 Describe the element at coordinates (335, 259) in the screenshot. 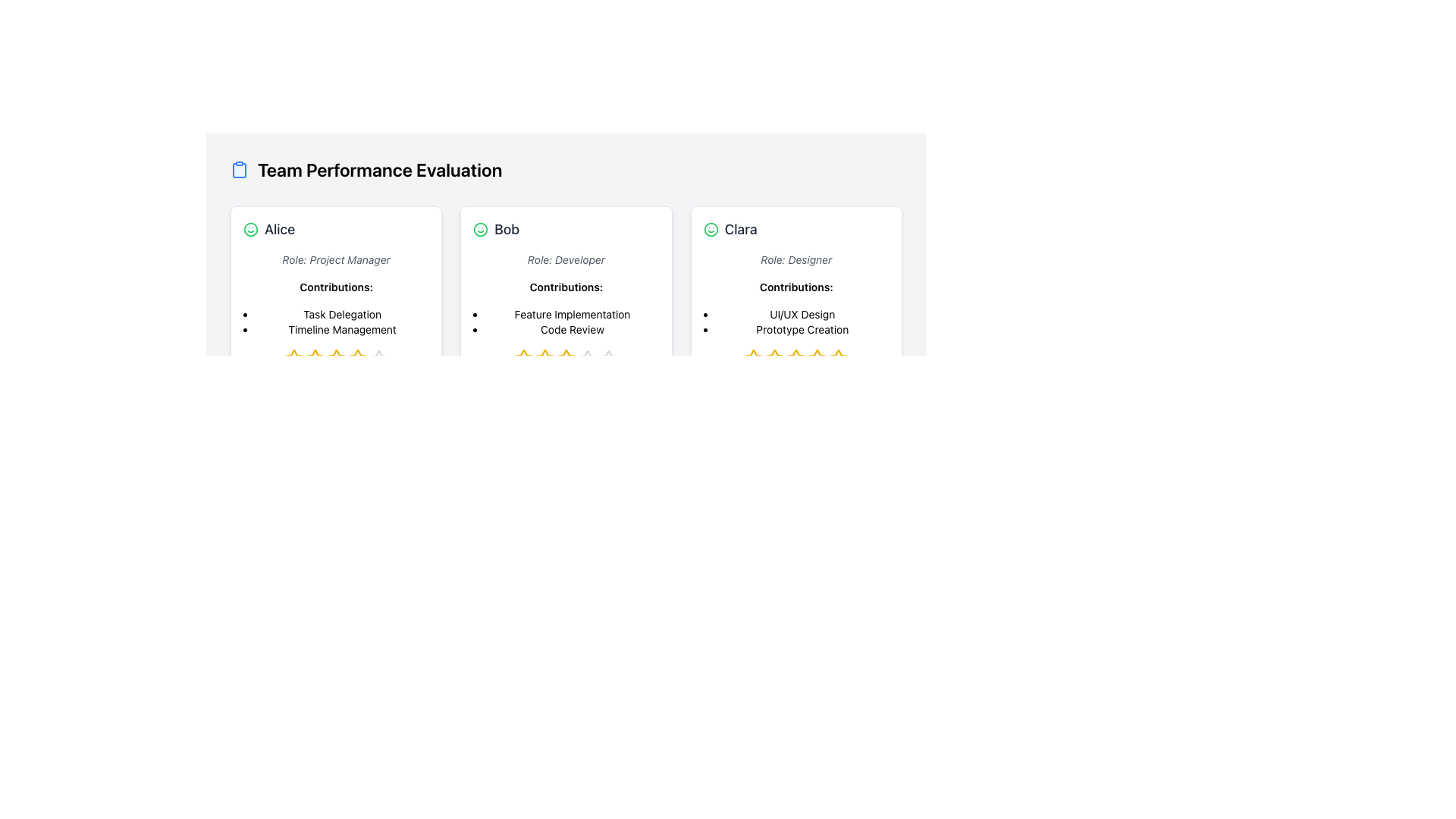

I see `the text label indicating 'Role: Project Manager' for 'Alice', located in the middle section of the first card, below the name 'Alice' and above 'Contributions:'` at that location.